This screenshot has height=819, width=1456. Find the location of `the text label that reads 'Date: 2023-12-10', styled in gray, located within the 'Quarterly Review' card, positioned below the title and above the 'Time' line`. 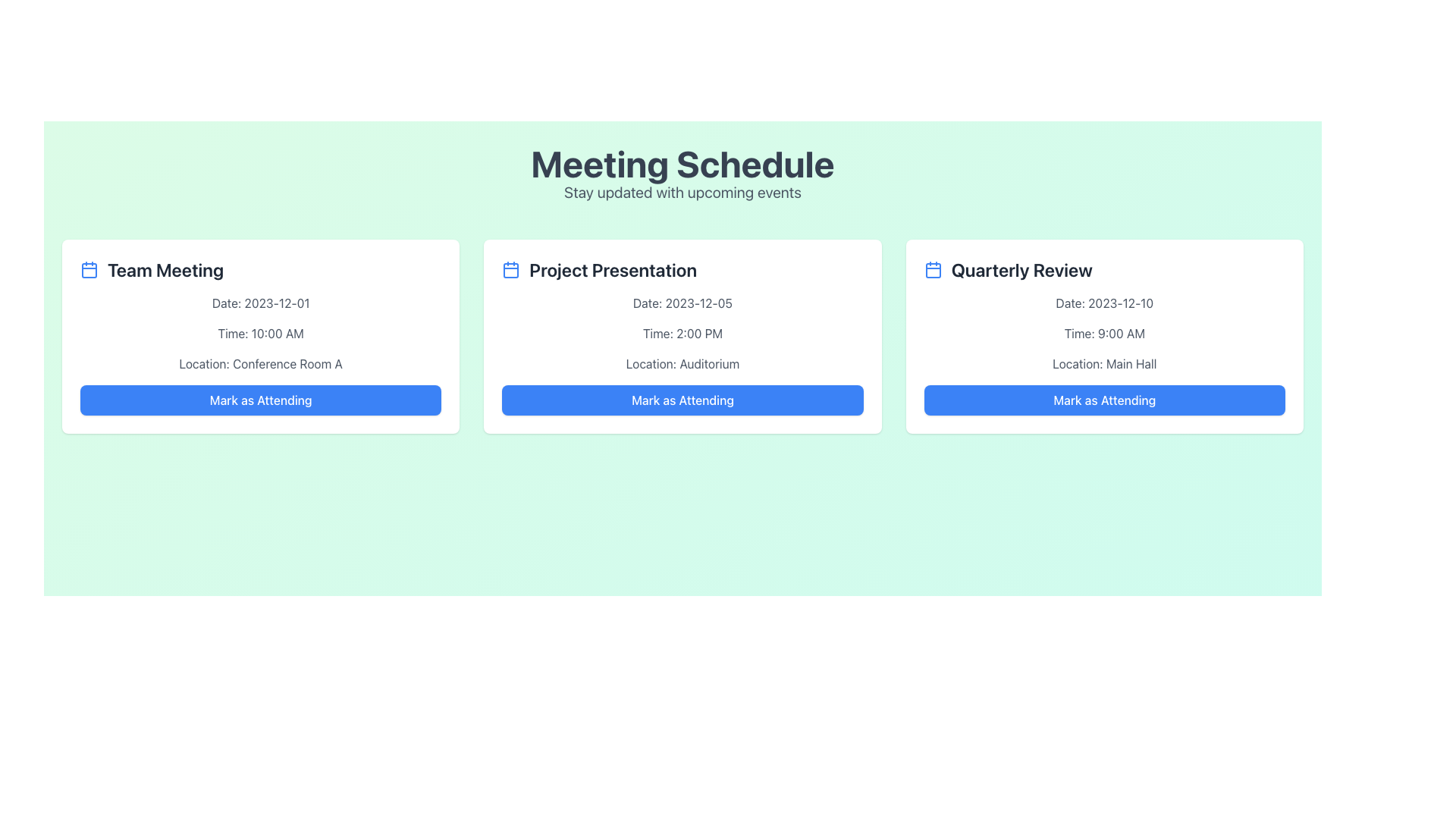

the text label that reads 'Date: 2023-12-10', styled in gray, located within the 'Quarterly Review' card, positioned below the title and above the 'Time' line is located at coordinates (1104, 303).